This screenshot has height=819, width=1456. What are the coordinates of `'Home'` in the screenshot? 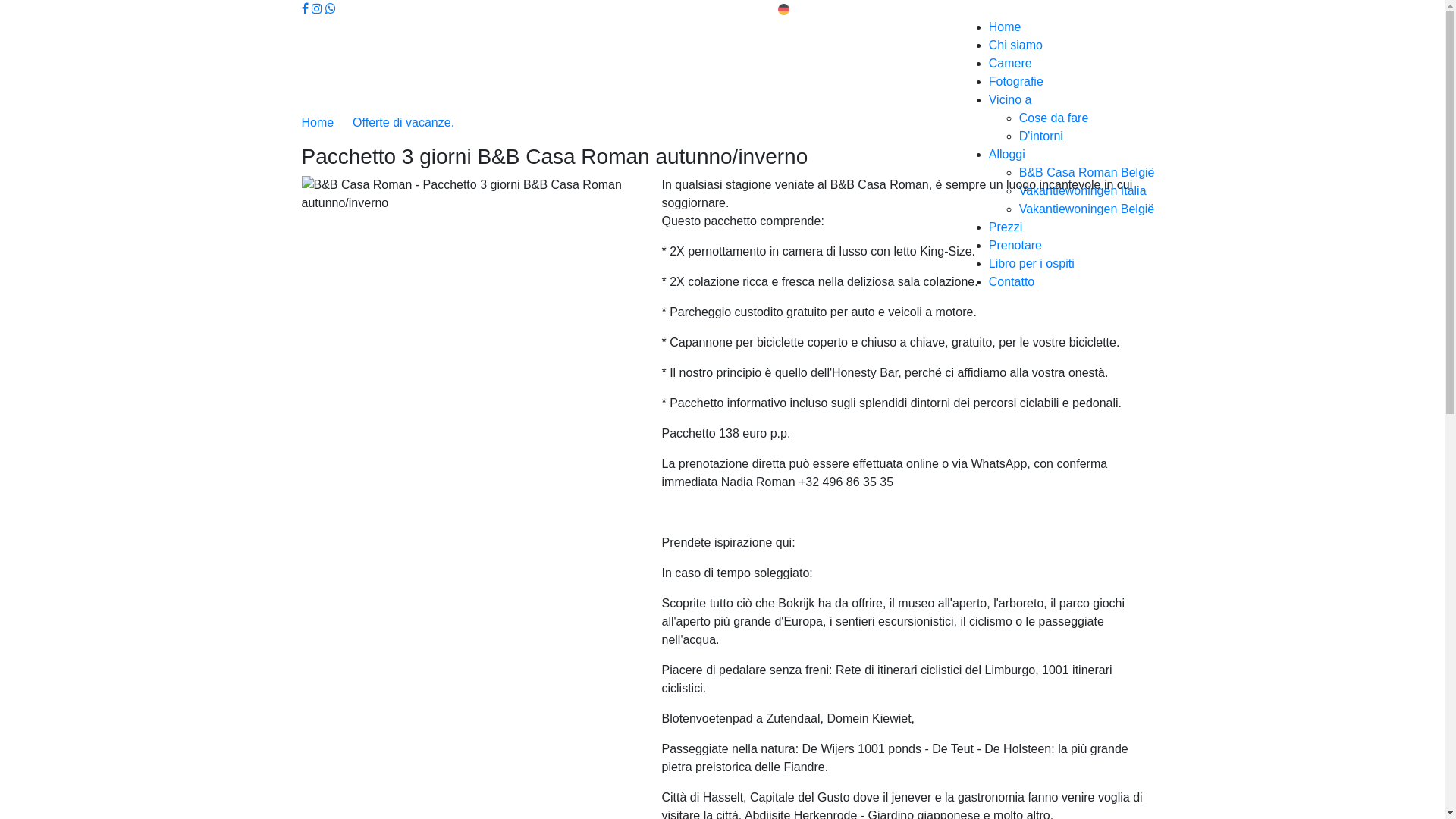 It's located at (1005, 27).